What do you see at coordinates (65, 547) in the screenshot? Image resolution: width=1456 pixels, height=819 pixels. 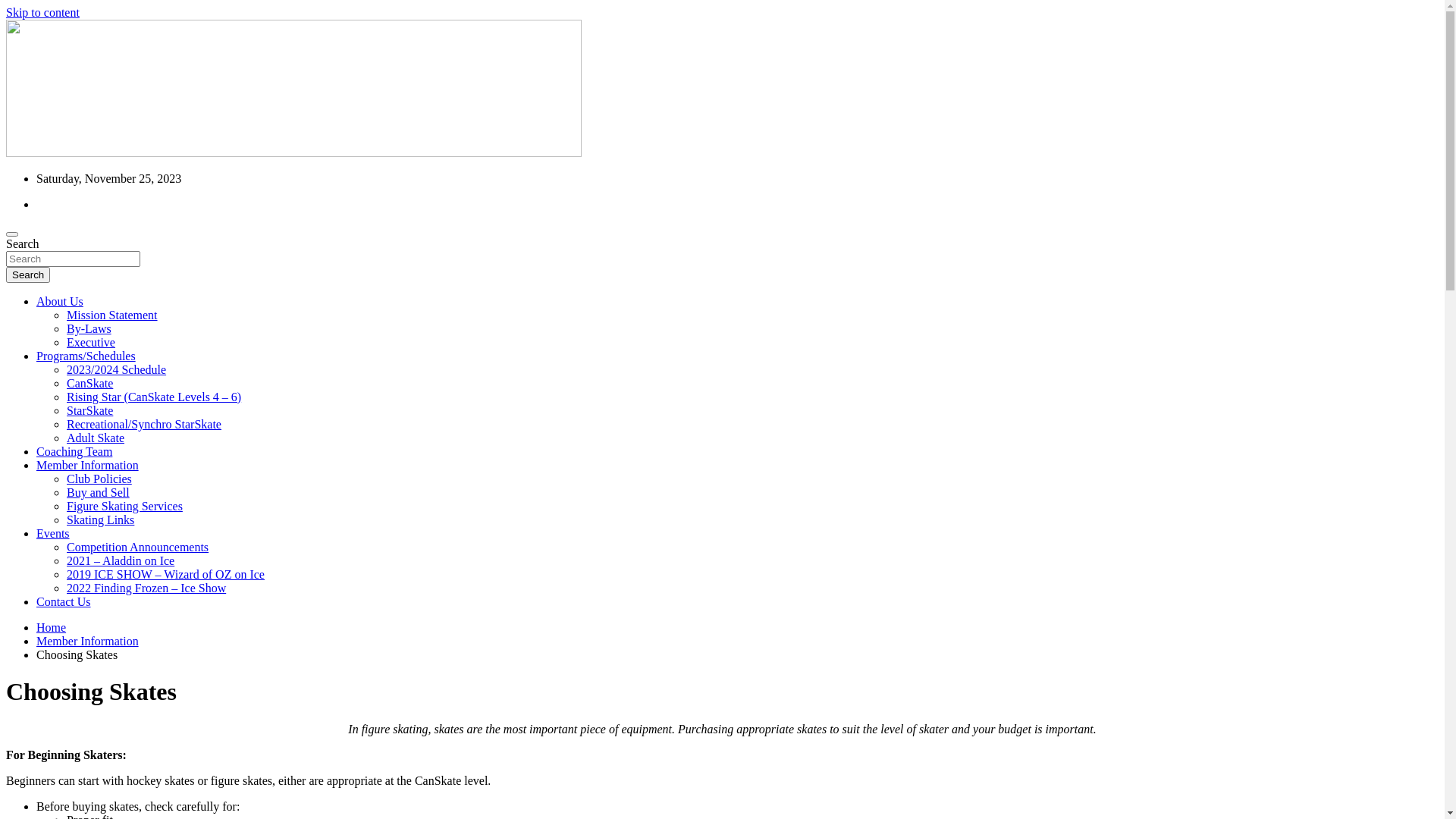 I see `'Competition Announcements'` at bounding box center [65, 547].